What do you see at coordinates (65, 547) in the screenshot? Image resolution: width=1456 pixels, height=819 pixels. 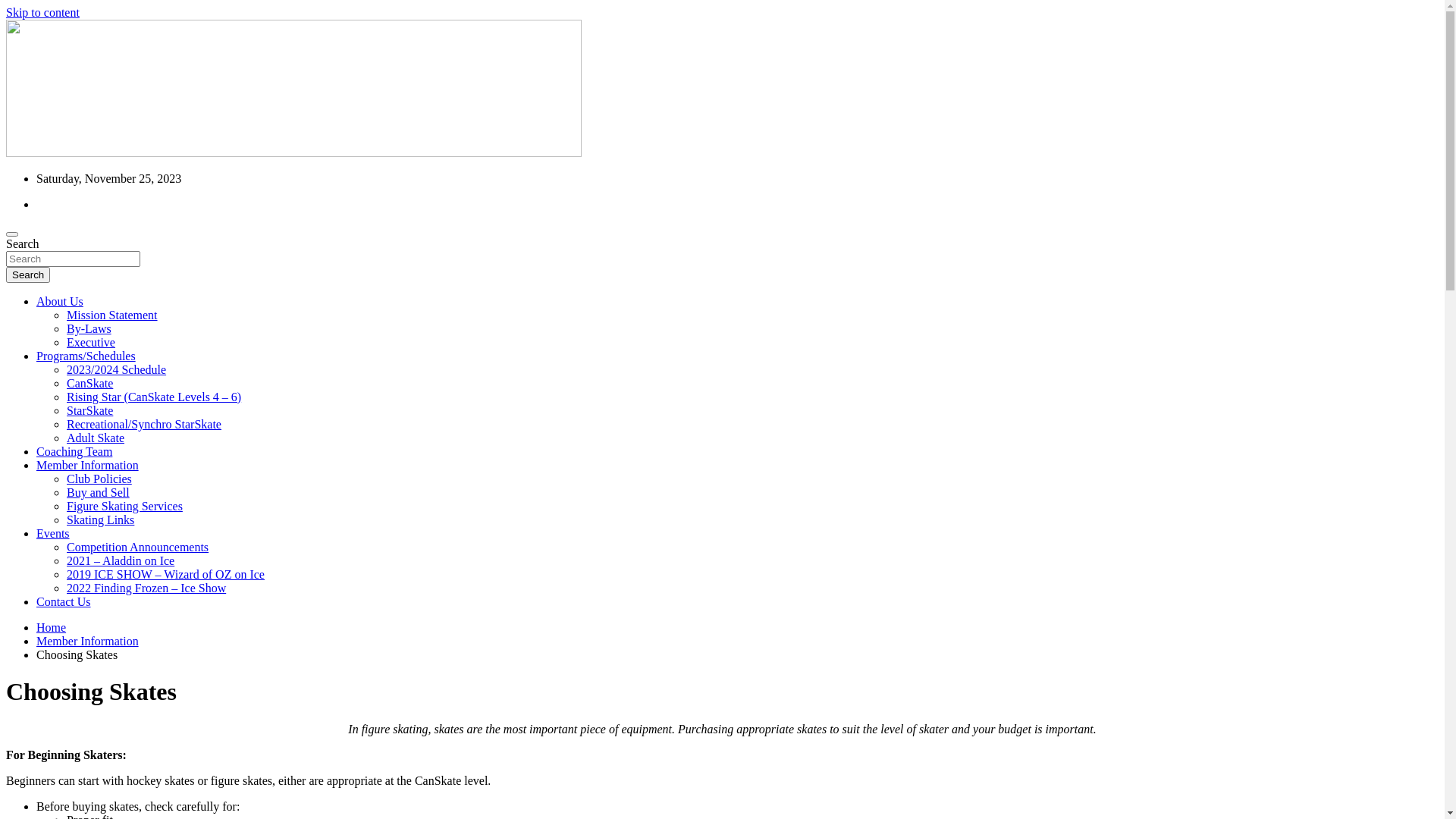 I see `'Competition Announcements'` at bounding box center [65, 547].